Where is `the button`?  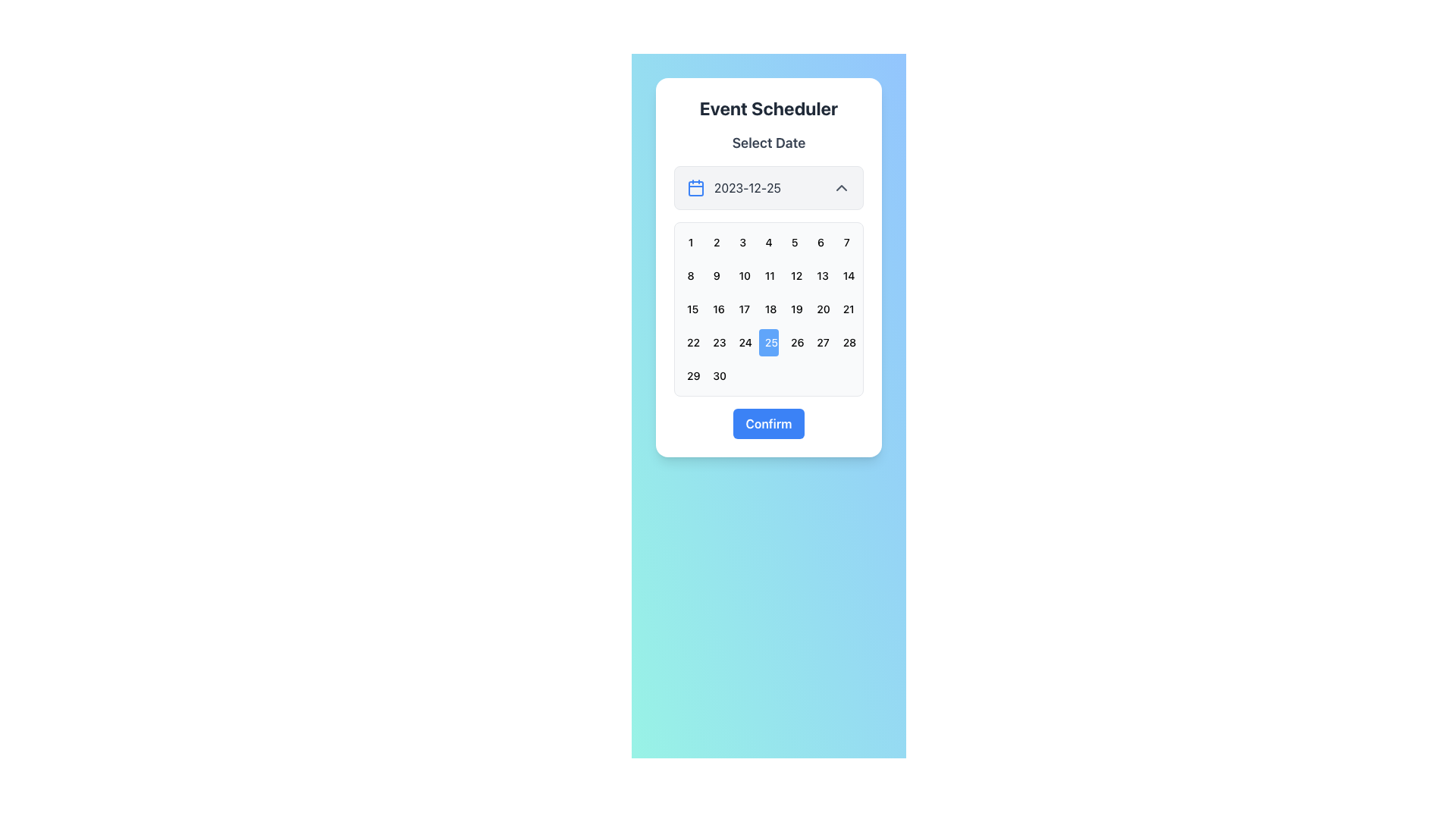 the button is located at coordinates (742, 242).